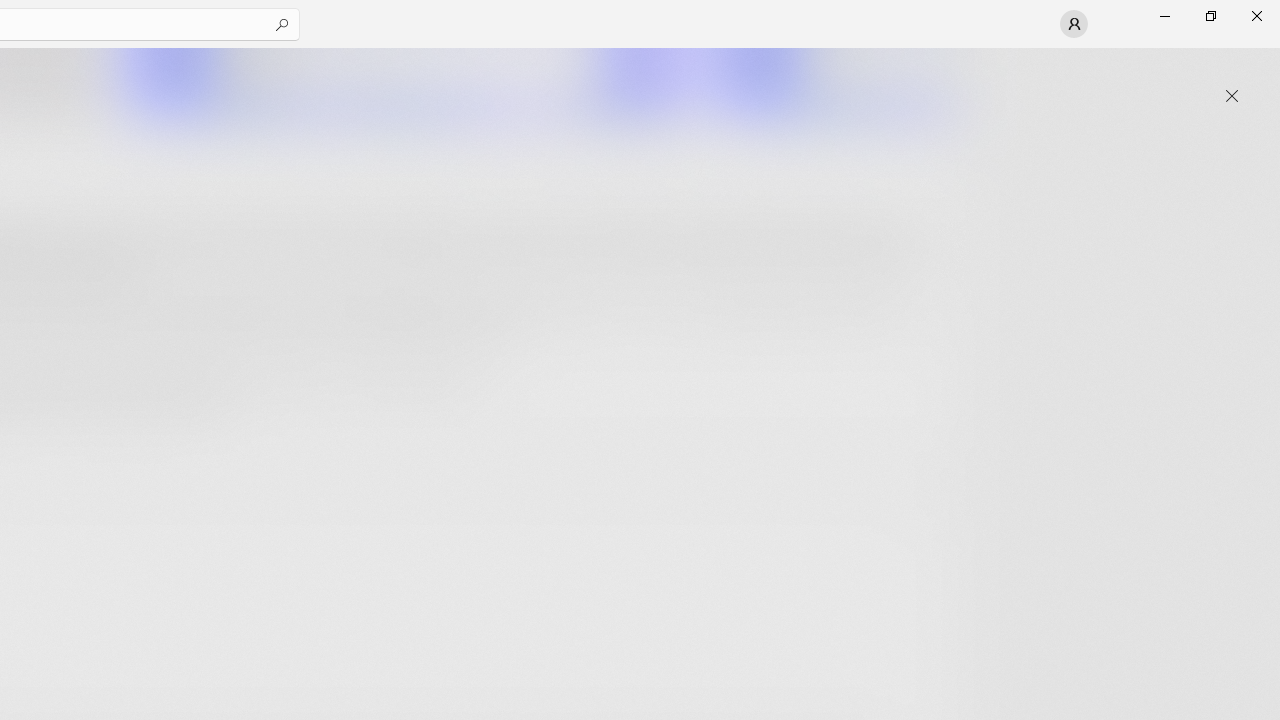  What do you see at coordinates (1231, 96) in the screenshot?
I see `'close popup window'` at bounding box center [1231, 96].